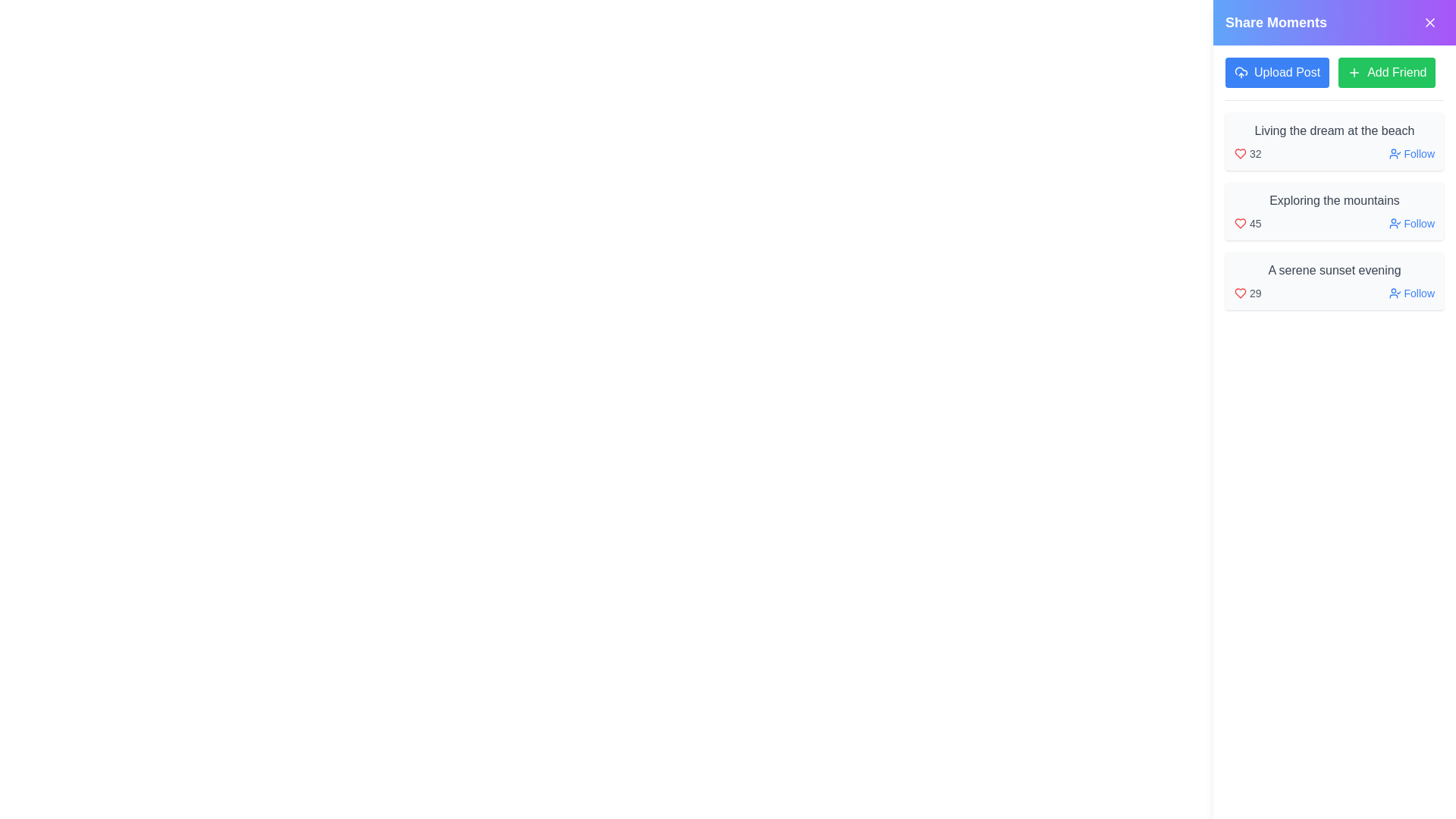 This screenshot has width=1456, height=819. I want to click on the small heart icon rendered in a red stroke, positioned next to the number '29' in the 'Share Moments' section, specifically in the third listing titled 'A serene sunset evening', so click(1241, 293).